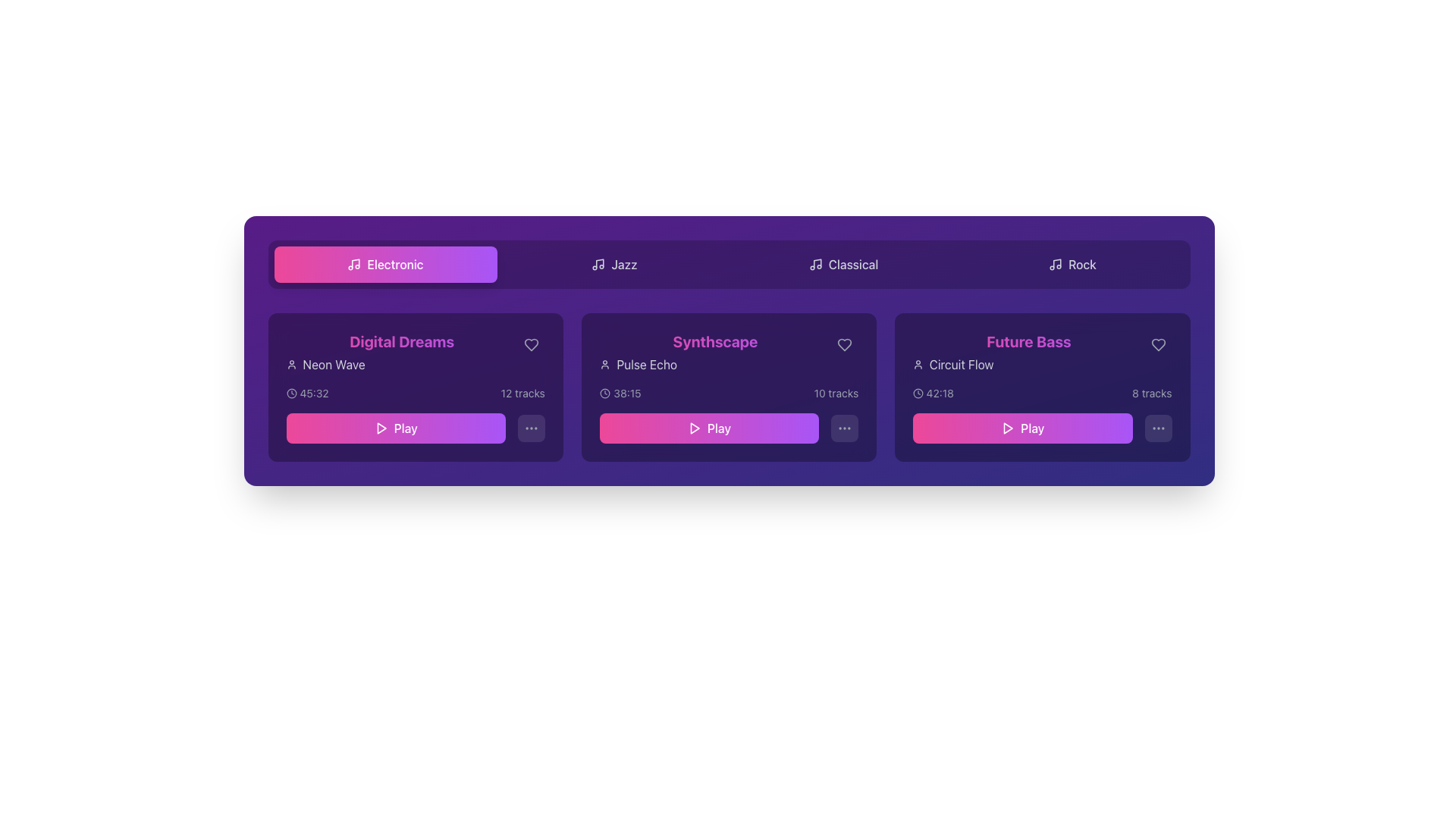  Describe the element at coordinates (624, 263) in the screenshot. I see `the 'Jazz' genre option in the navigation menu` at that location.